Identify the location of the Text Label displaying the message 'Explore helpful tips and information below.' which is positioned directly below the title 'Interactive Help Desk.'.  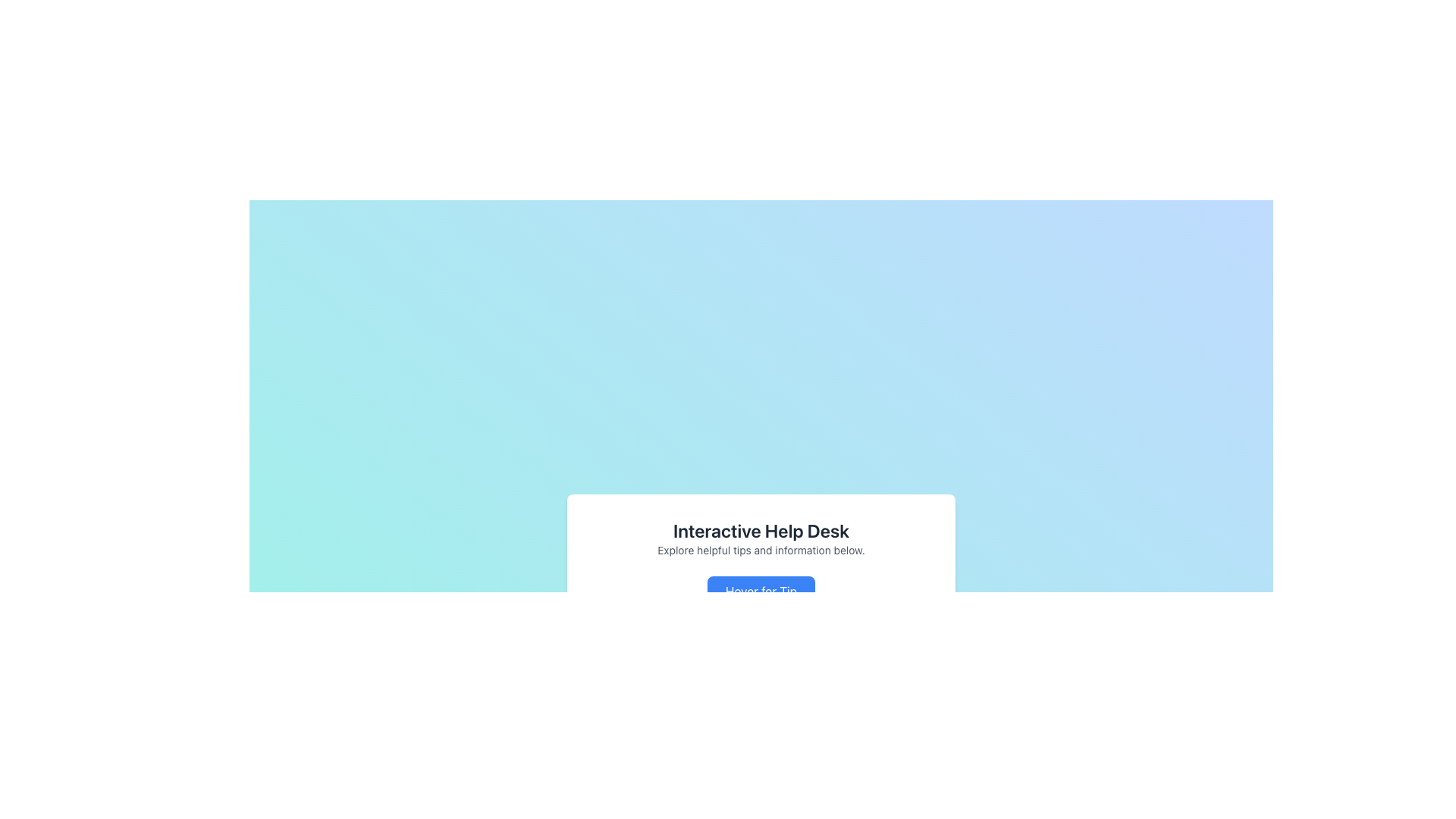
(761, 550).